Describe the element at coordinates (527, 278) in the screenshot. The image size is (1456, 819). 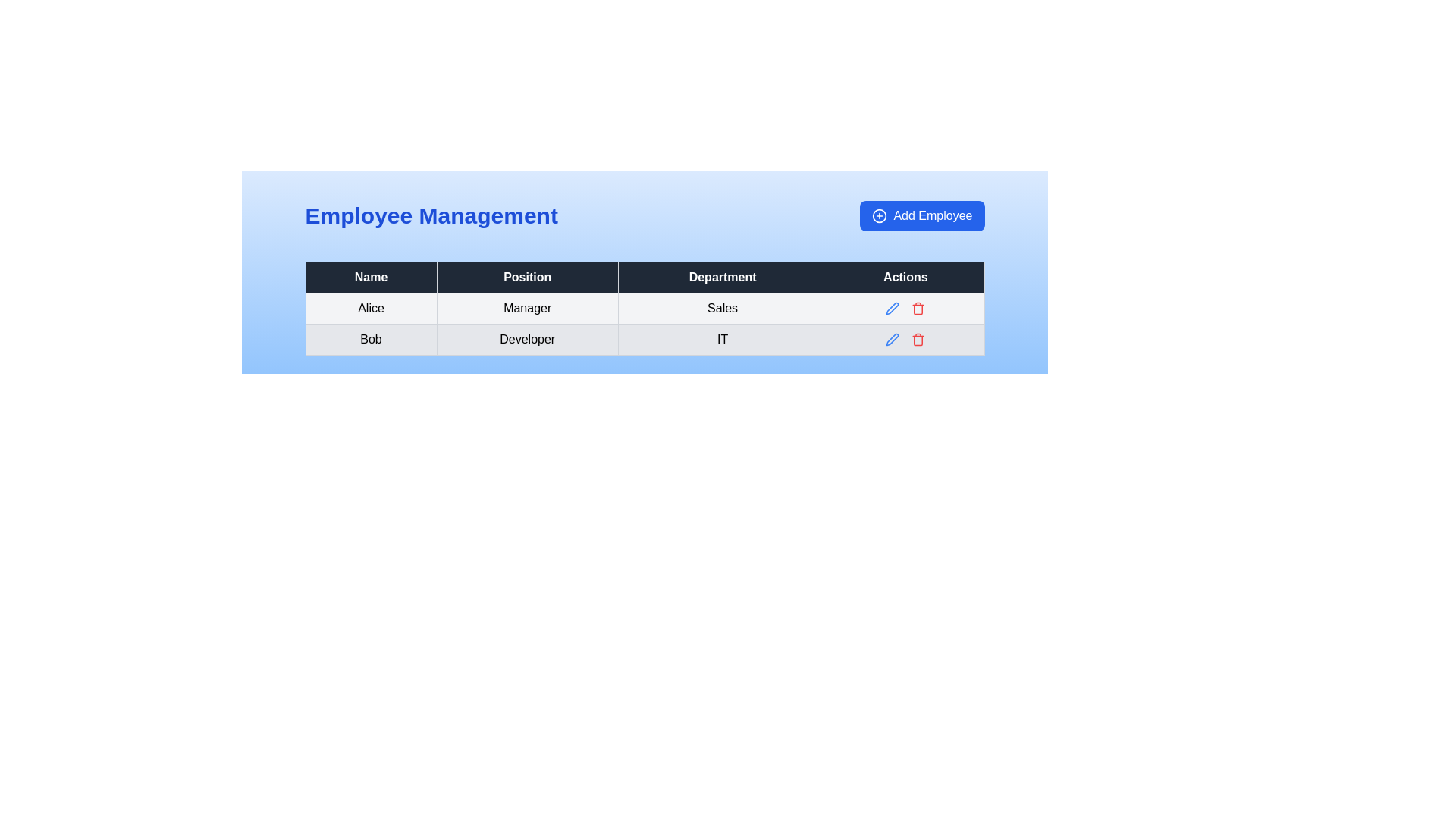
I see `the 'Position' table header, which is the second column in a table containing 'Name', 'Position', 'Department', and 'Actions'` at that location.